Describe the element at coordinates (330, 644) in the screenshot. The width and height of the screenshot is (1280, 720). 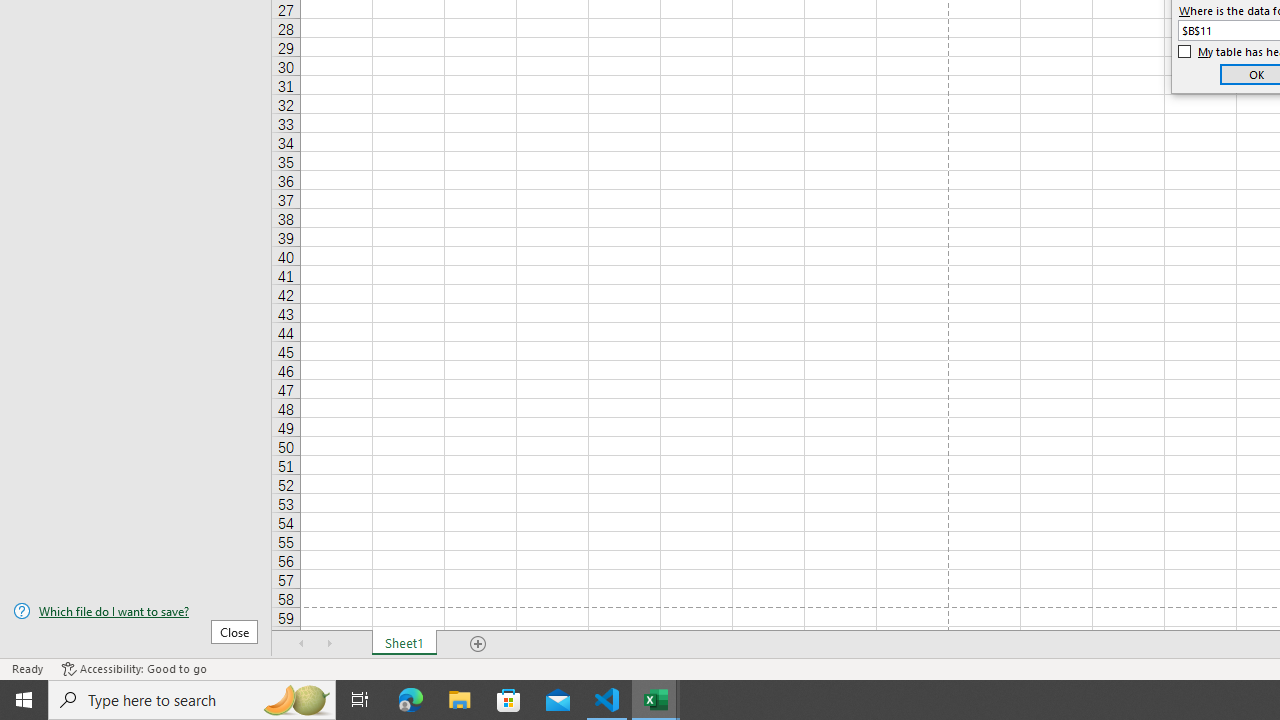
I see `'Scroll Right'` at that location.